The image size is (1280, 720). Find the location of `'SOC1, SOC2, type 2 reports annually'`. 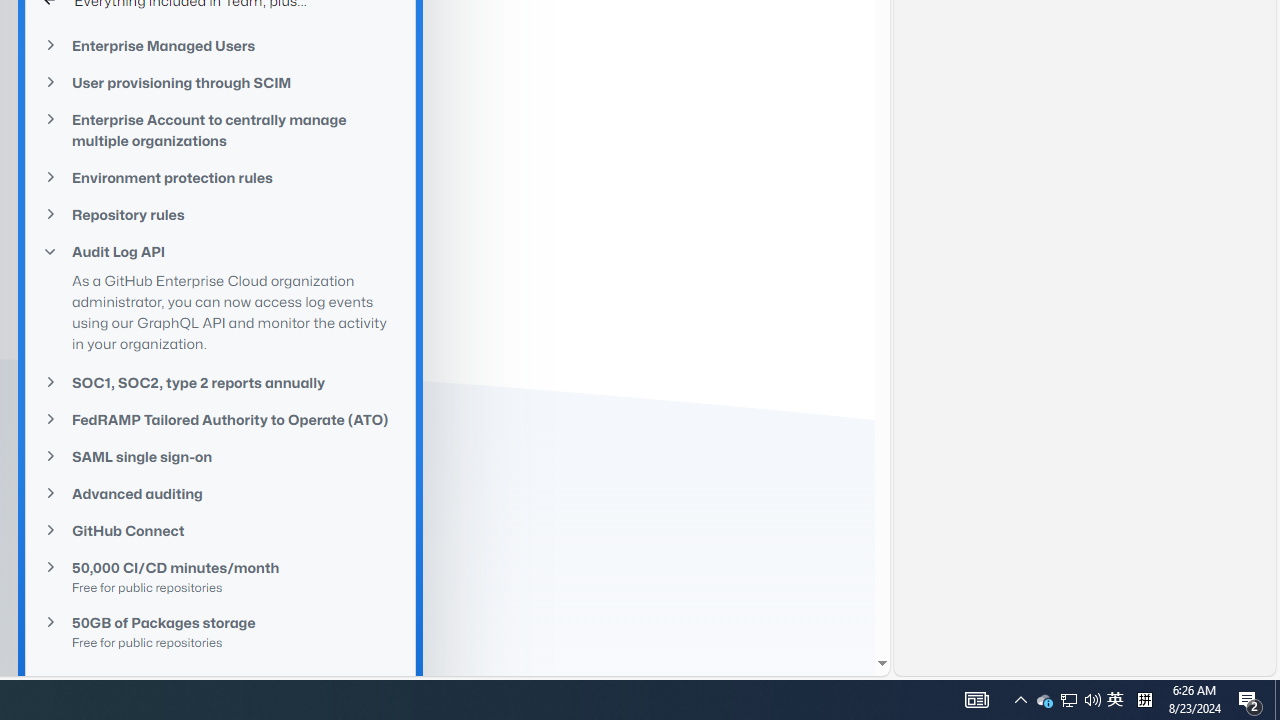

'SOC1, SOC2, type 2 reports annually' is located at coordinates (220, 382).